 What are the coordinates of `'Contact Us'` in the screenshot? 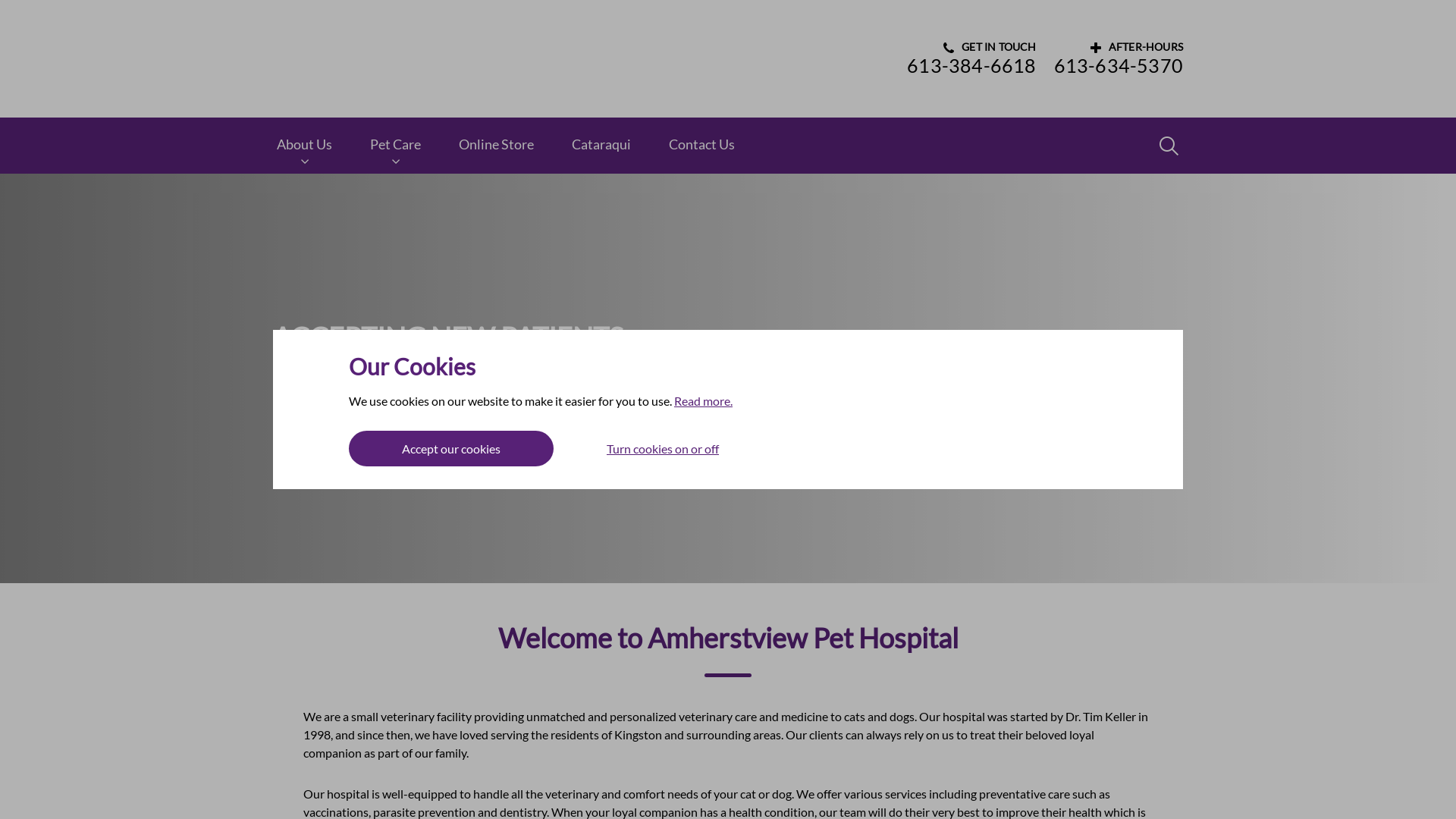 It's located at (701, 145).